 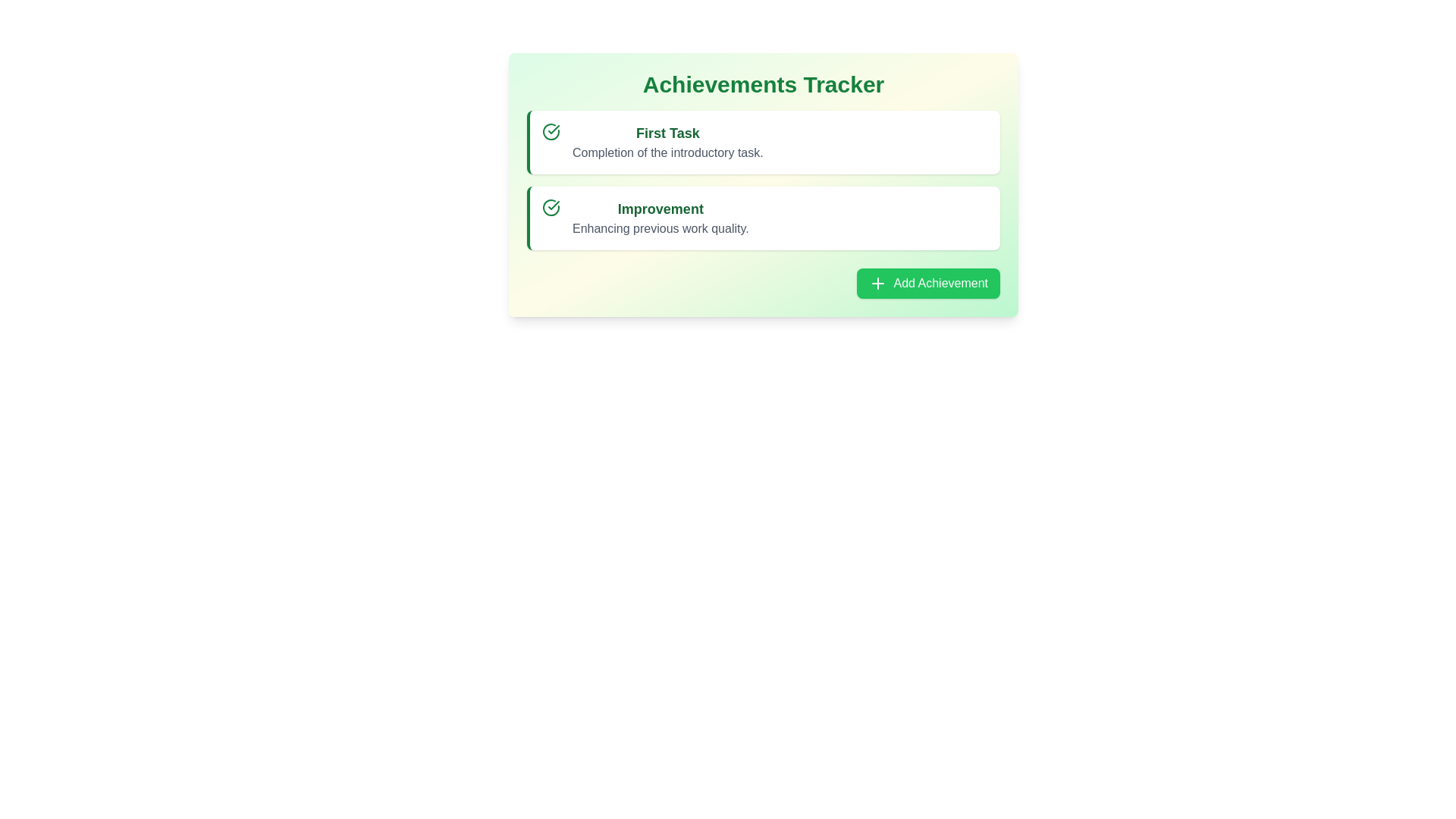 What do you see at coordinates (878, 284) in the screenshot?
I see `the small plus icon within the green button labeled 'Add Achievement'` at bounding box center [878, 284].